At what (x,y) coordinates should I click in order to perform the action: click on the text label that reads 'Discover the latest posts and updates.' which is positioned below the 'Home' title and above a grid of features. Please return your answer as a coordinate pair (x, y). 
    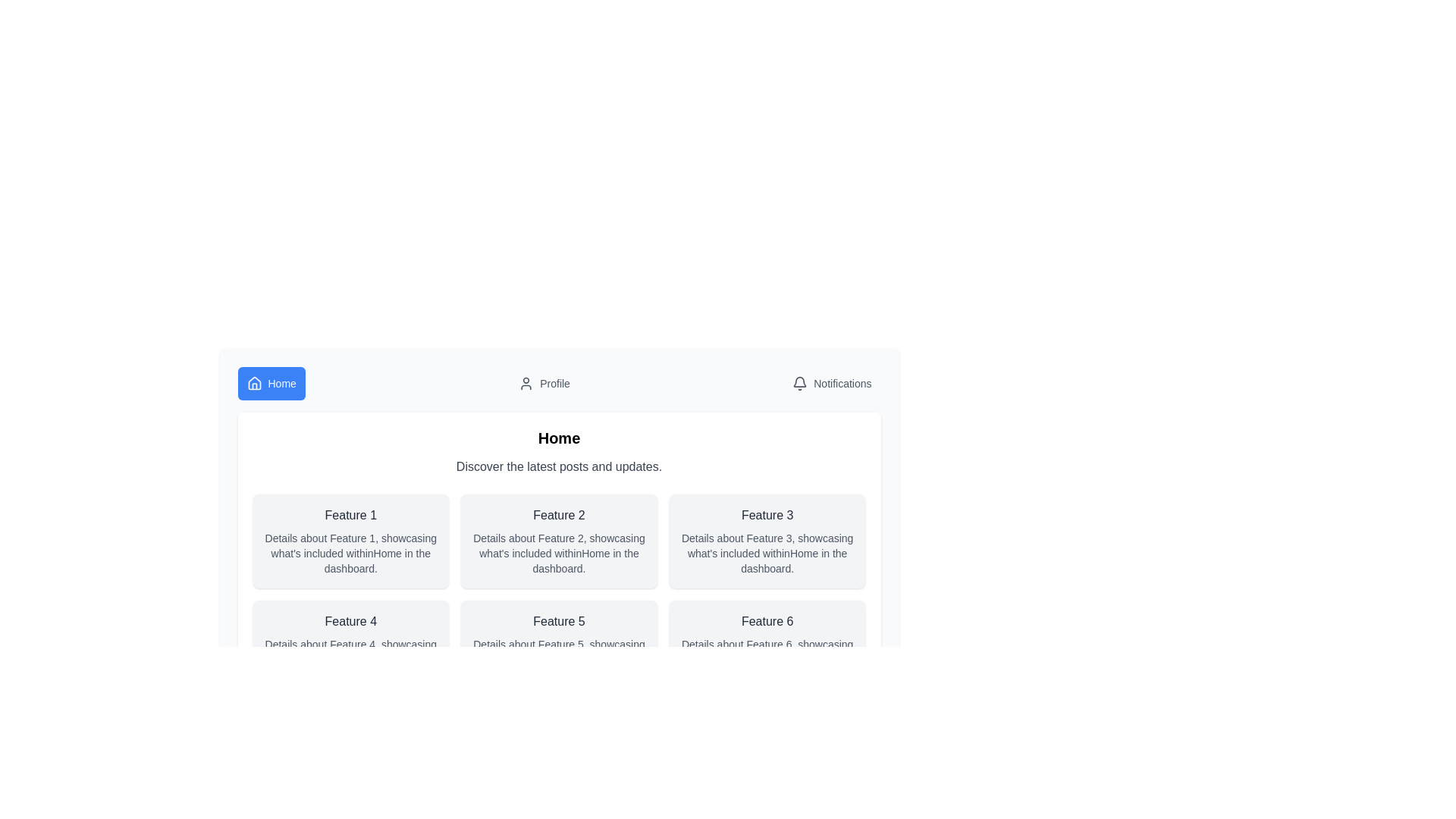
    Looking at the image, I should click on (558, 466).